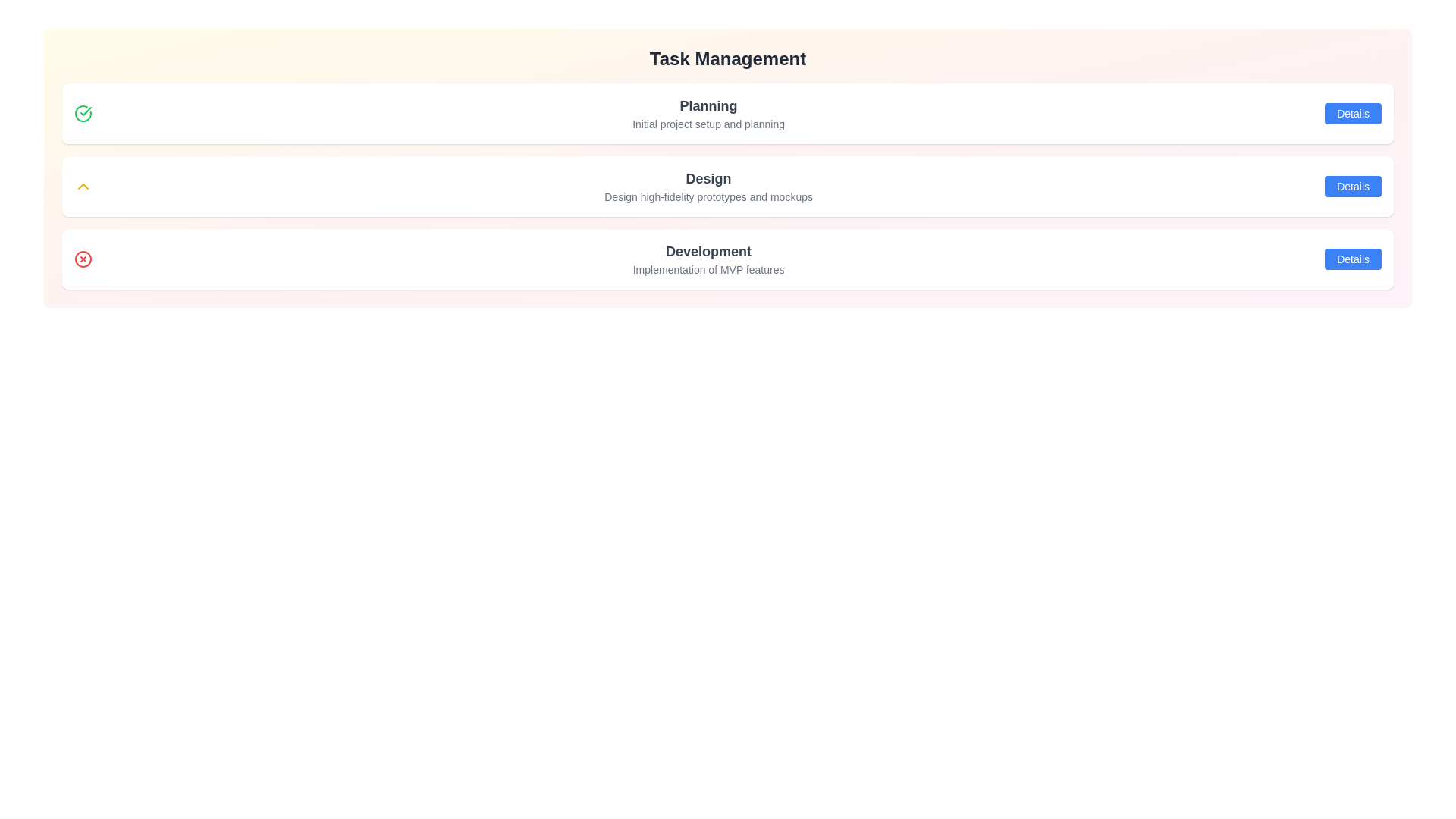  I want to click on the icon associated with the task Design to view its tooltip, so click(83, 186).